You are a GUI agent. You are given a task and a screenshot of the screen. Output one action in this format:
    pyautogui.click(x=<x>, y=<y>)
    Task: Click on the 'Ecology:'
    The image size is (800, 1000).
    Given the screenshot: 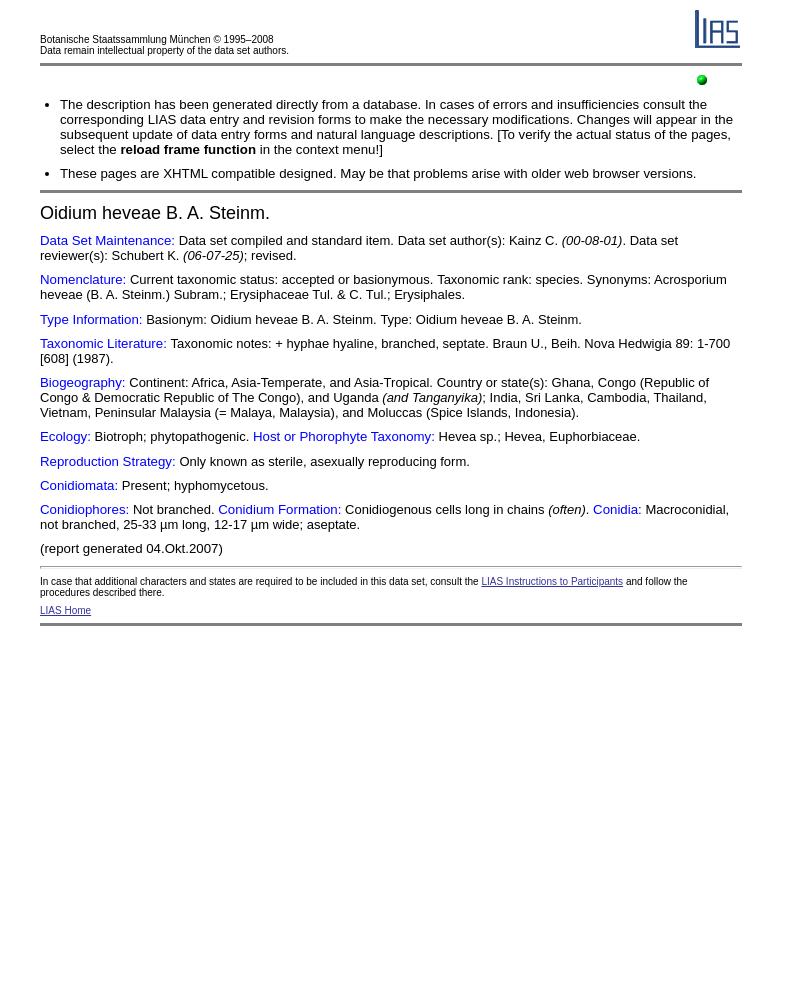 What is the action you would take?
    pyautogui.click(x=64, y=436)
    